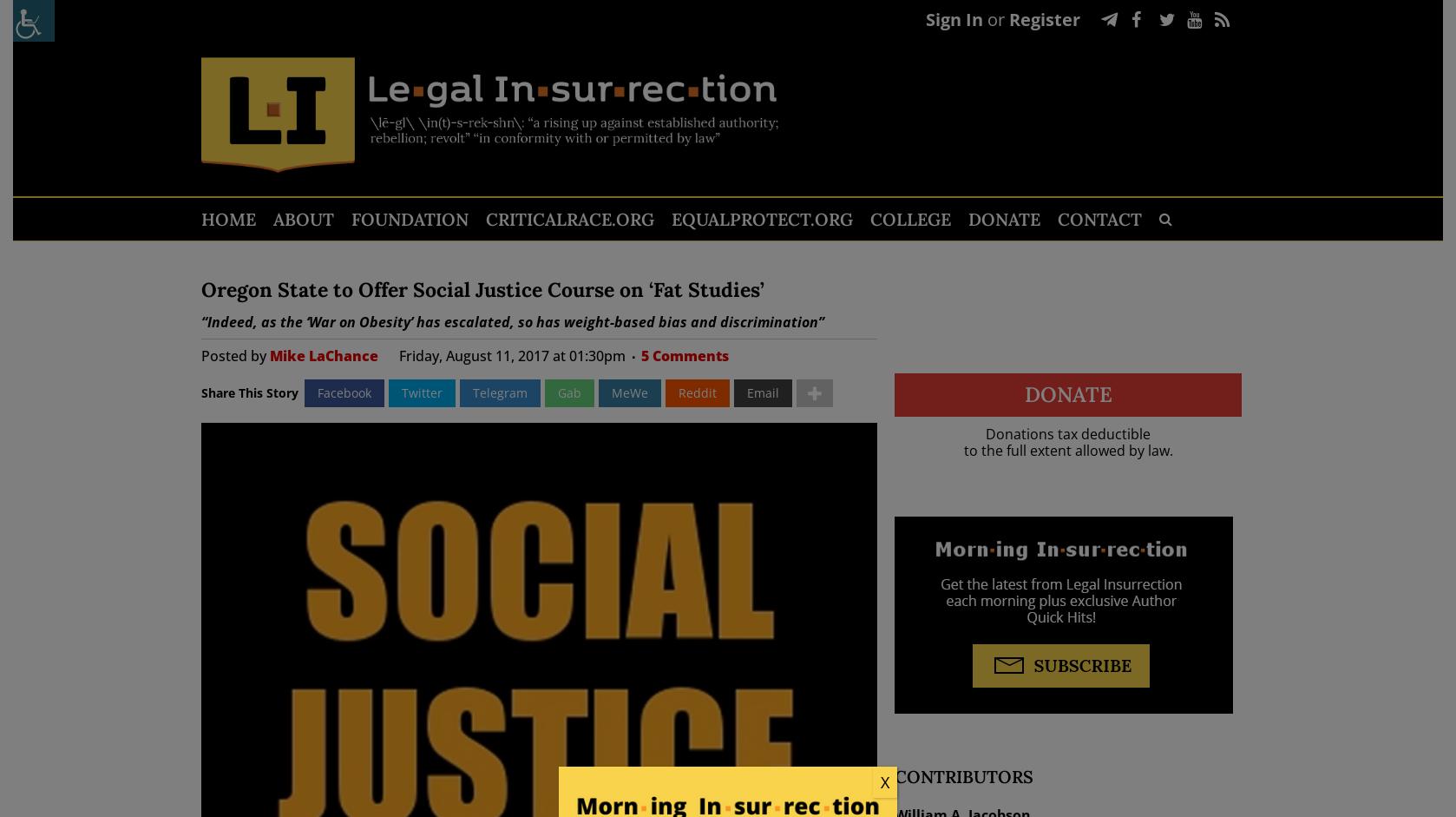  What do you see at coordinates (1067, 450) in the screenshot?
I see `'to the full extent allowed by law.'` at bounding box center [1067, 450].